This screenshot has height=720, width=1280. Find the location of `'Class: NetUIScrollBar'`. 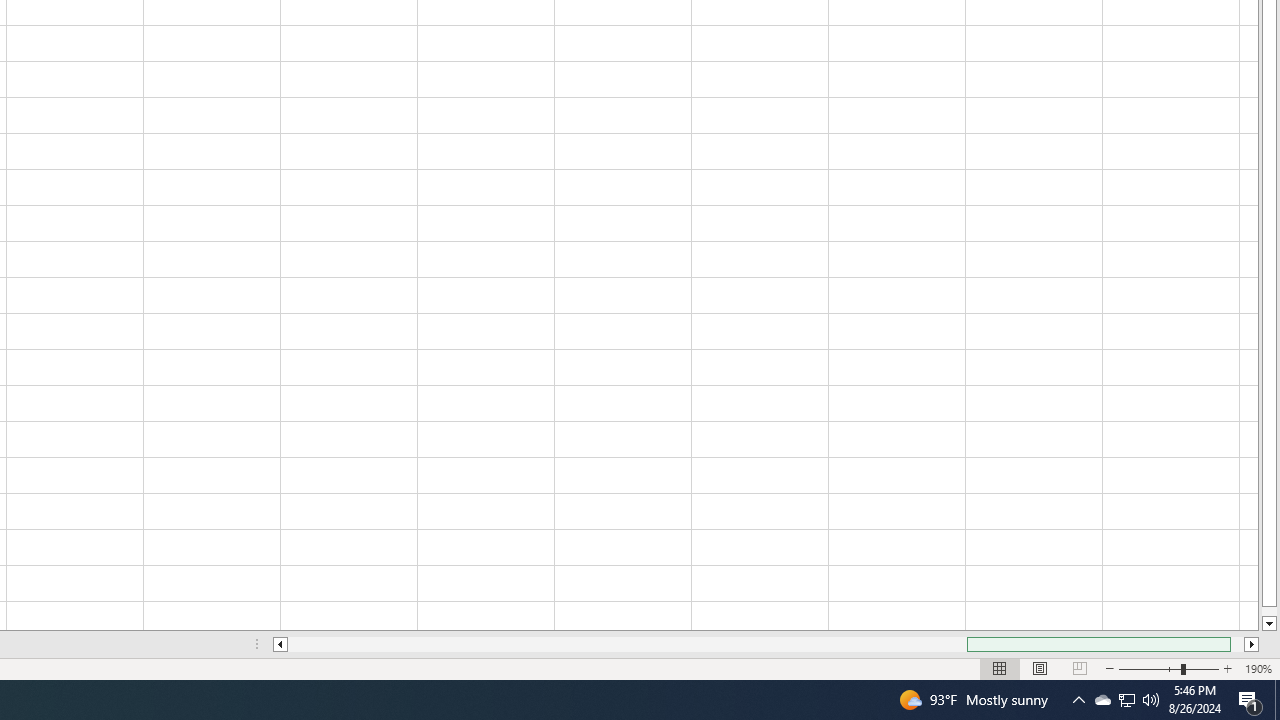

'Class: NetUIScrollBar' is located at coordinates (765, 644).